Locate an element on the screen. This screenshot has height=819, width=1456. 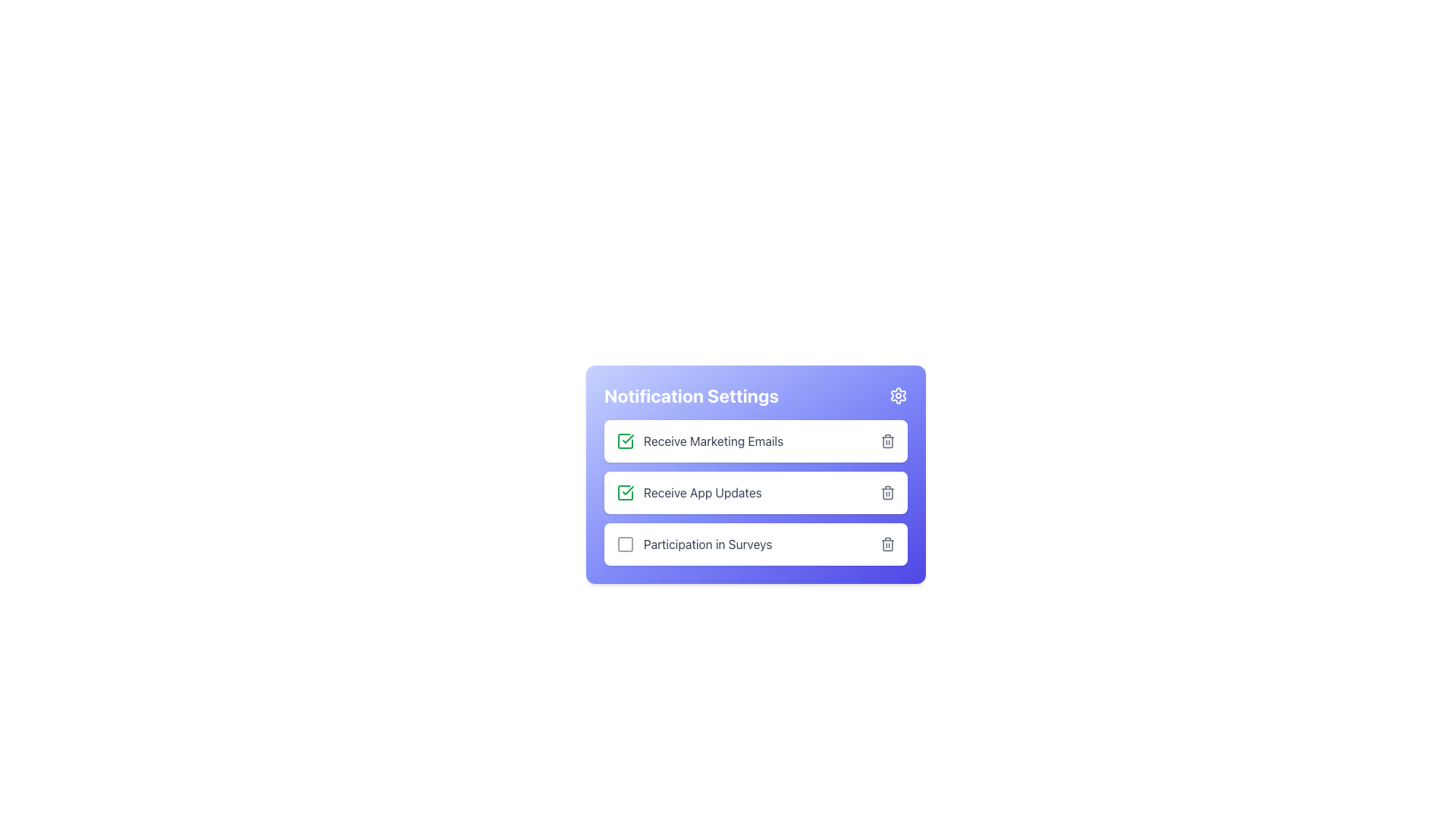
the delete button located in the topmost notification row labeled 'Receive Marketing Emails' on the right side is located at coordinates (888, 441).